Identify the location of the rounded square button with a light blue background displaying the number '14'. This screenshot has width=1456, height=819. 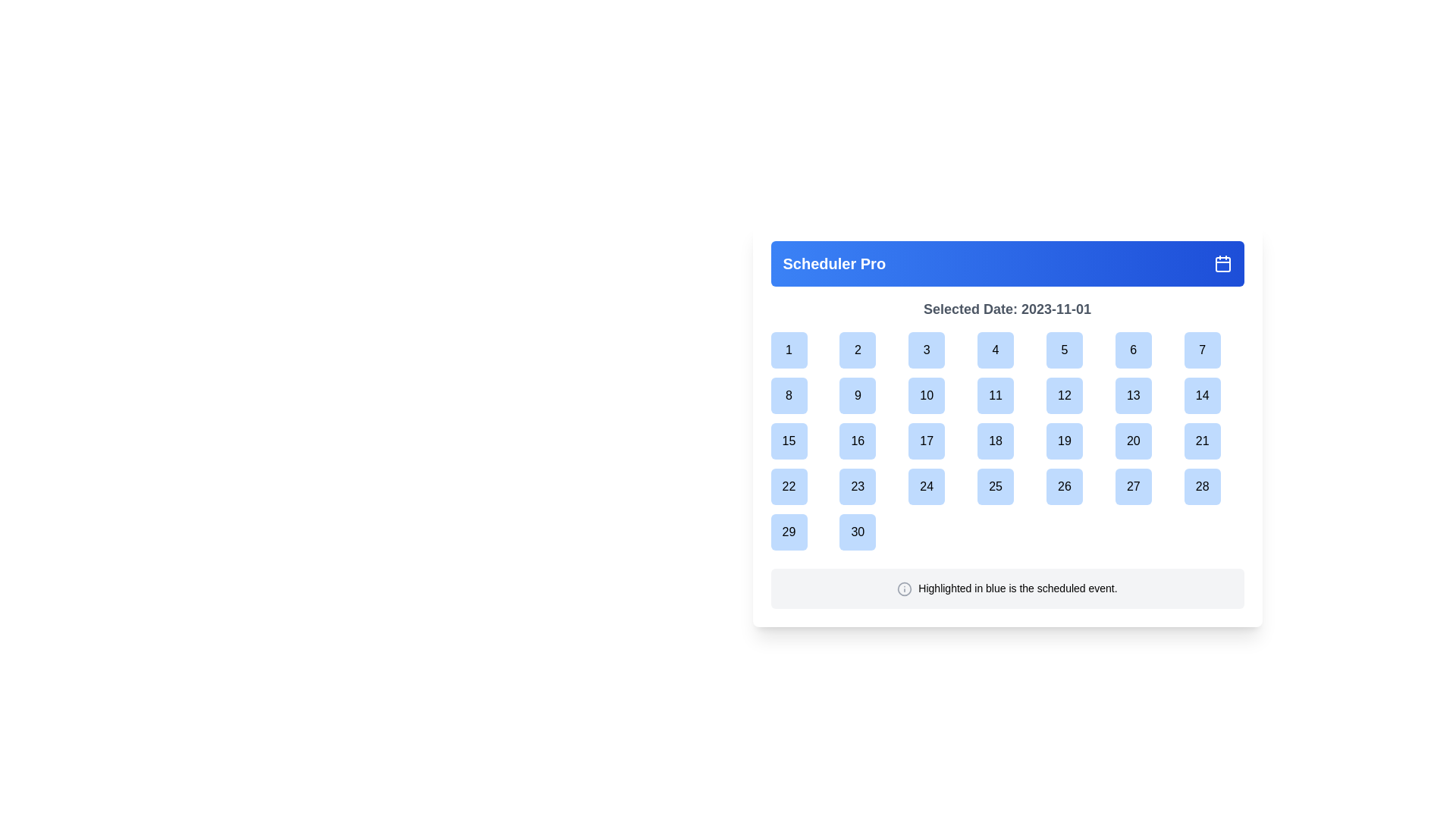
(1201, 394).